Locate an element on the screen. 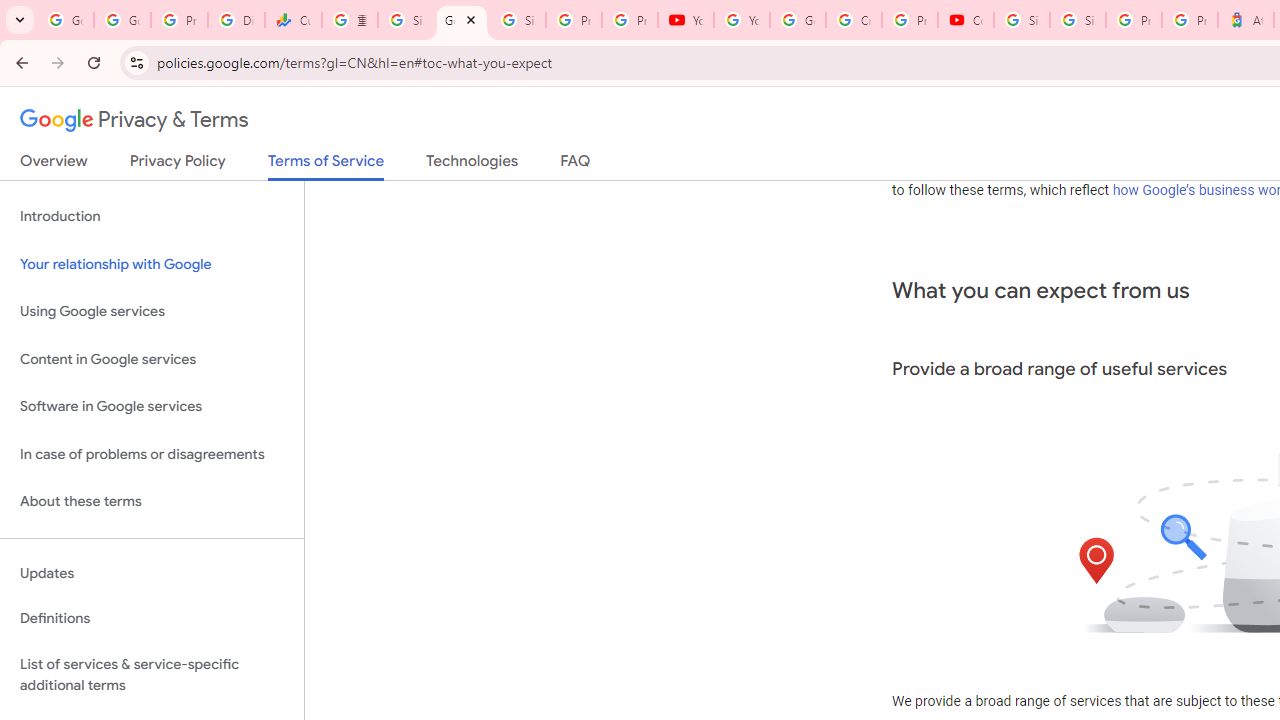 The image size is (1280, 720). 'Software in Google services' is located at coordinates (151, 406).